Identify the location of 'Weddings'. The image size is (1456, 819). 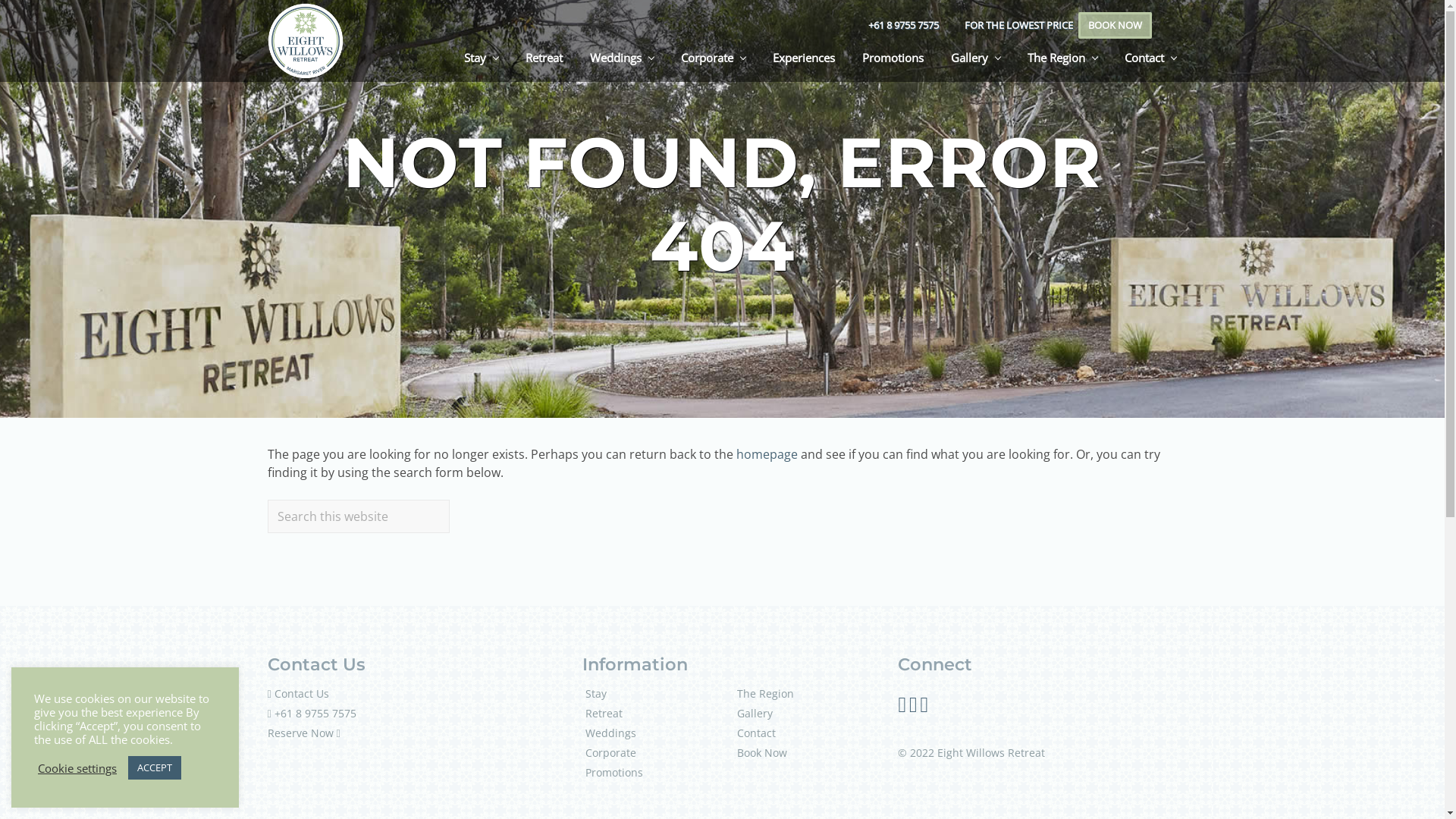
(610, 732).